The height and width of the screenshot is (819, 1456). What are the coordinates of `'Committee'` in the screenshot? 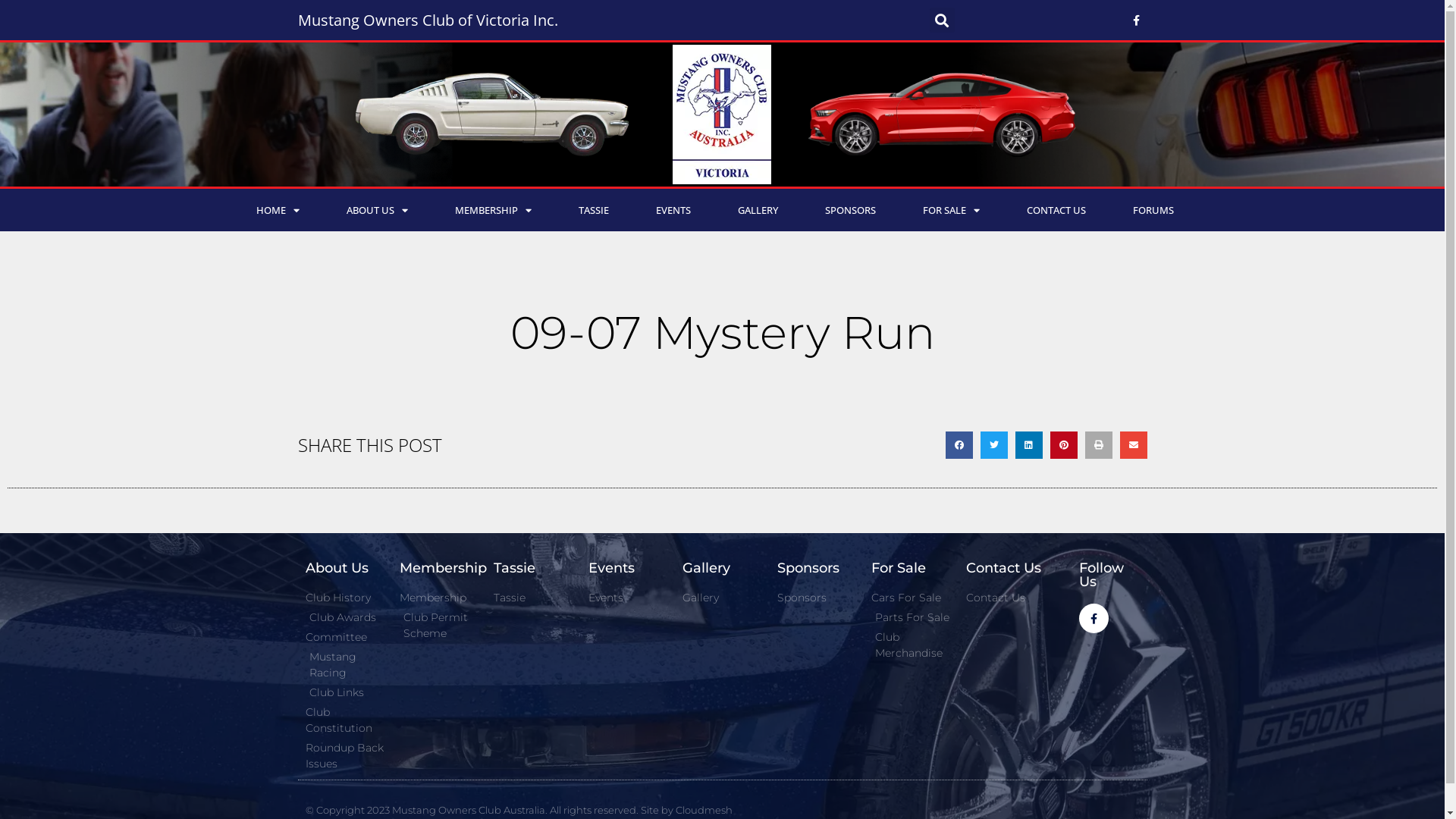 It's located at (344, 637).